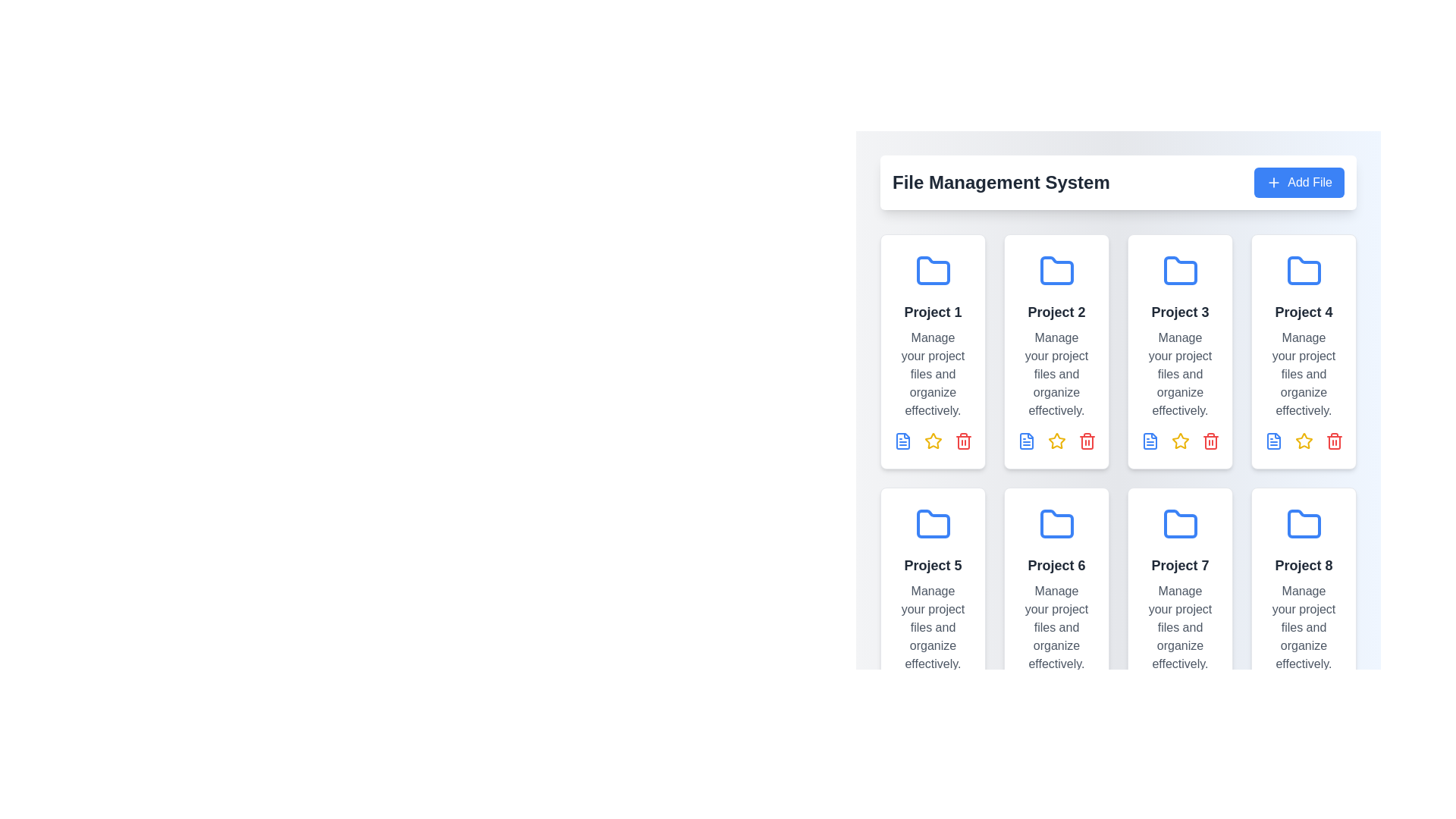 This screenshot has height=819, width=1456. What do you see at coordinates (1086, 442) in the screenshot?
I see `the red trash can icon button located in the bottom-right corner of the 'Project 2' card` at bounding box center [1086, 442].